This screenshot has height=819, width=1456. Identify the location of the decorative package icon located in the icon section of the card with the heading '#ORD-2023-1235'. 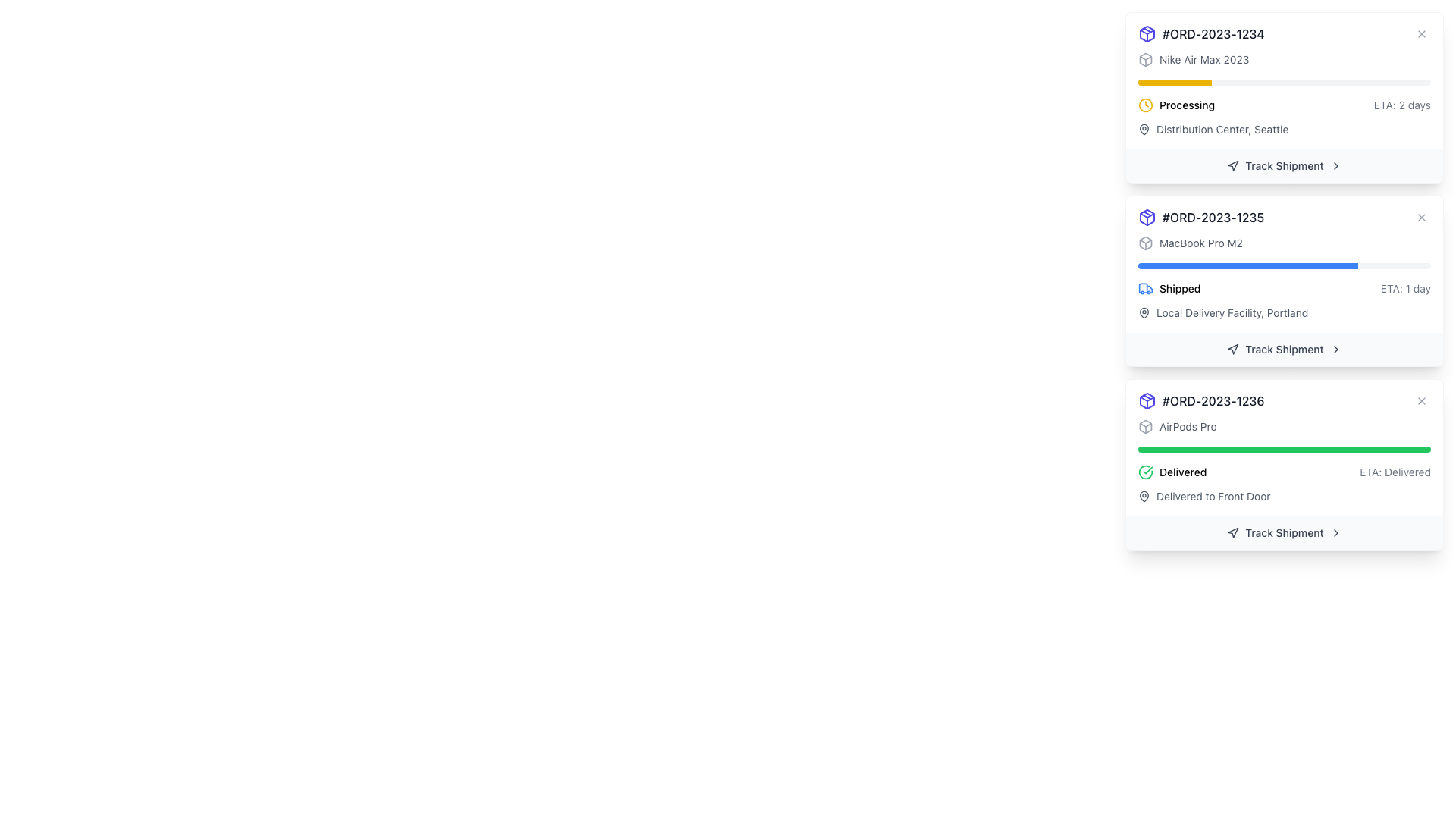
(1147, 400).